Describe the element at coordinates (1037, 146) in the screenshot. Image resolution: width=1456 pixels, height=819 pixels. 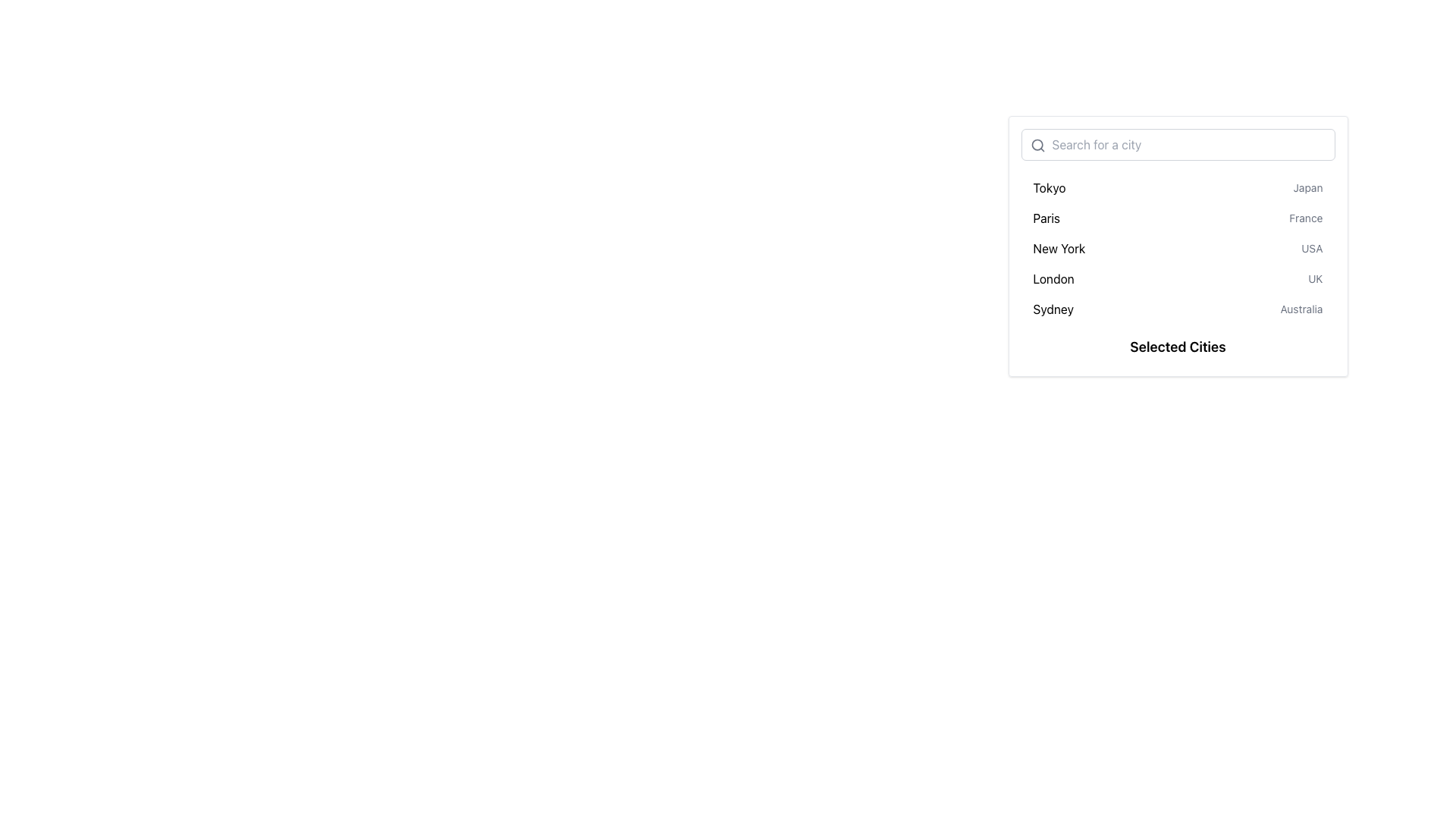
I see `the search functionality icon located at the top-left corner of the search input field, which serves as a visual cue` at that location.